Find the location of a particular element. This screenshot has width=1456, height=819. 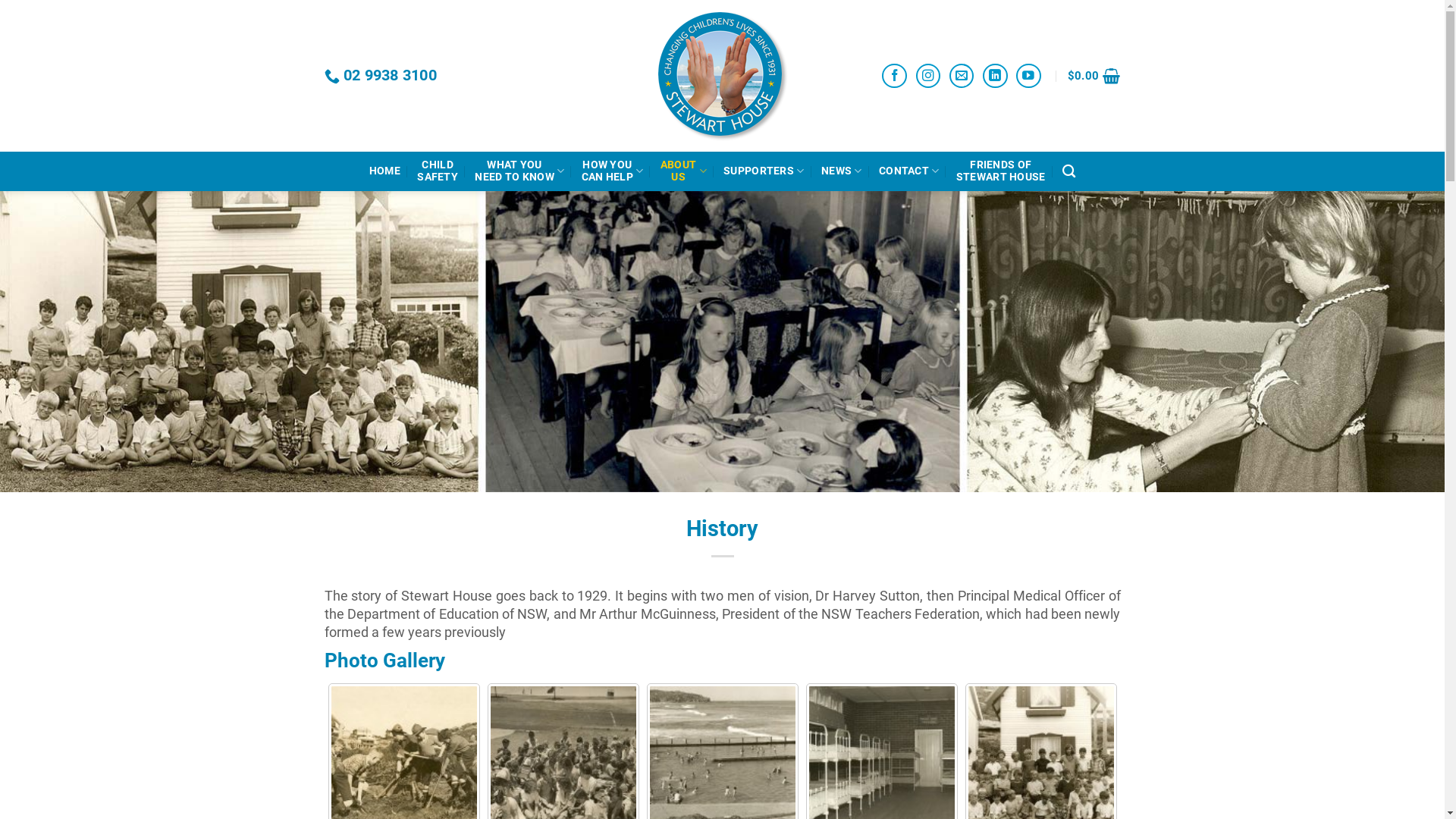

'HOW YOU is located at coordinates (612, 171).